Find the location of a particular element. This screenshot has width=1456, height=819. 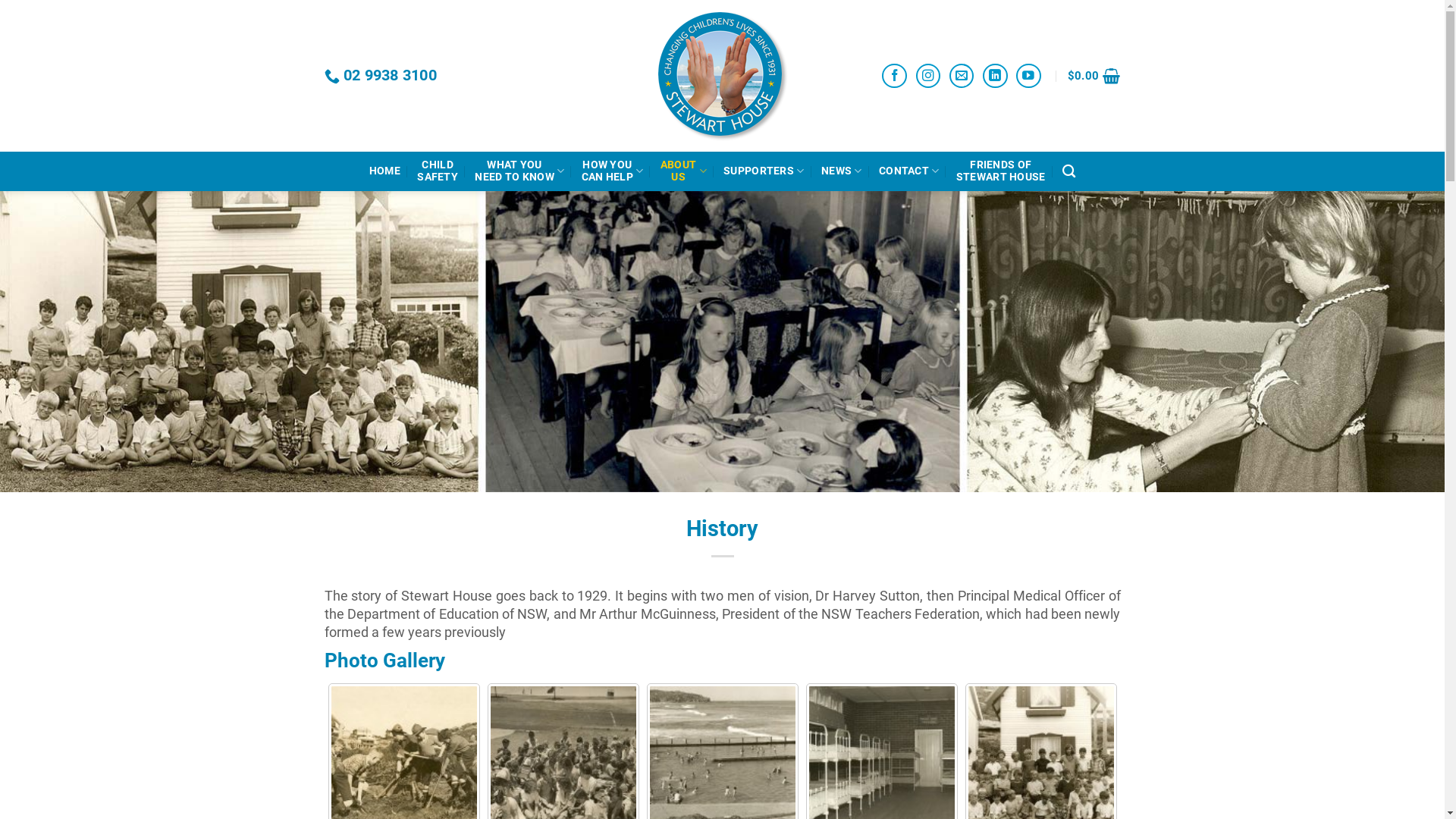

'HOW YOU is located at coordinates (612, 171).